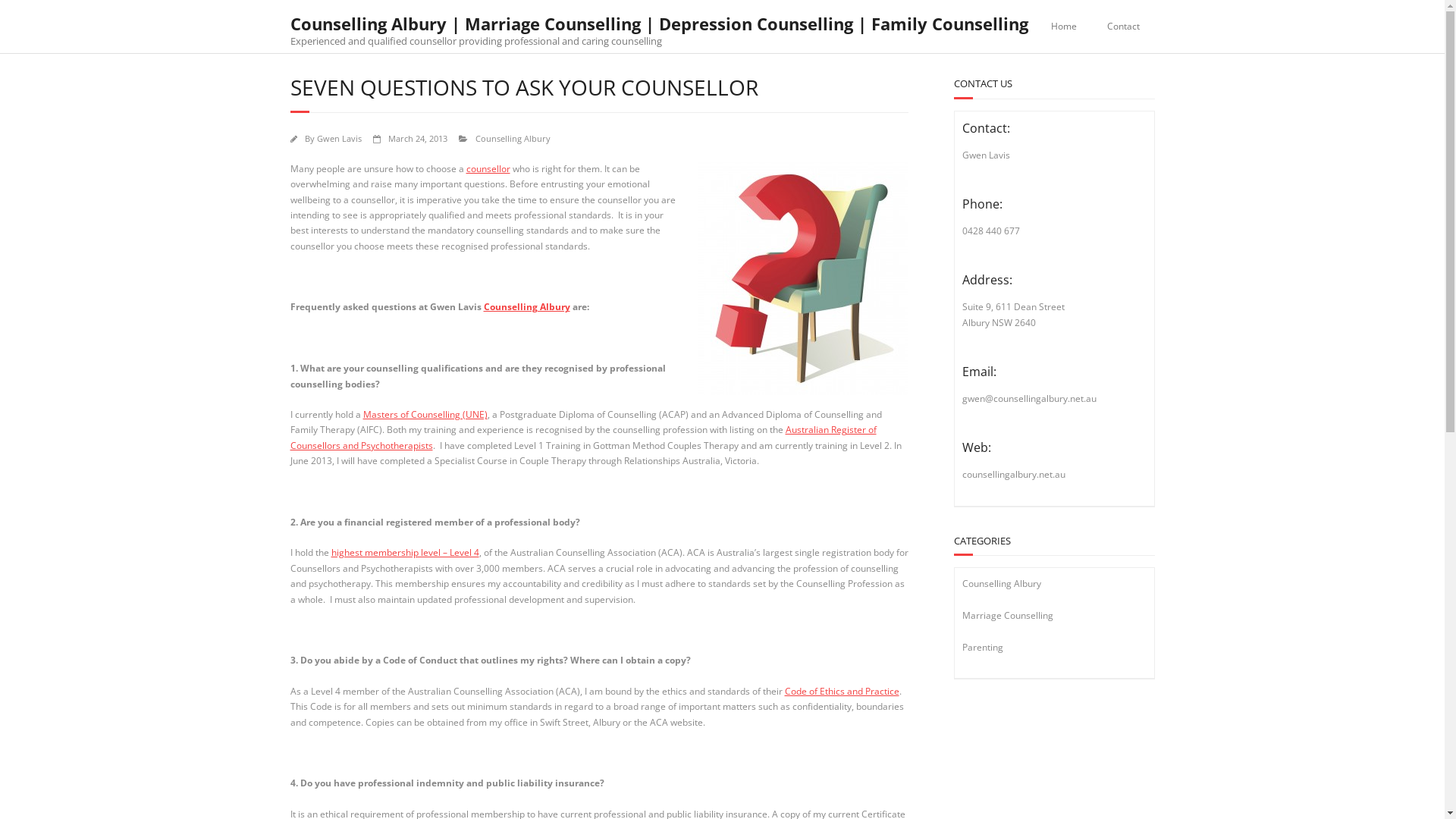  I want to click on 'Code of Ethics and Practice', so click(840, 691).